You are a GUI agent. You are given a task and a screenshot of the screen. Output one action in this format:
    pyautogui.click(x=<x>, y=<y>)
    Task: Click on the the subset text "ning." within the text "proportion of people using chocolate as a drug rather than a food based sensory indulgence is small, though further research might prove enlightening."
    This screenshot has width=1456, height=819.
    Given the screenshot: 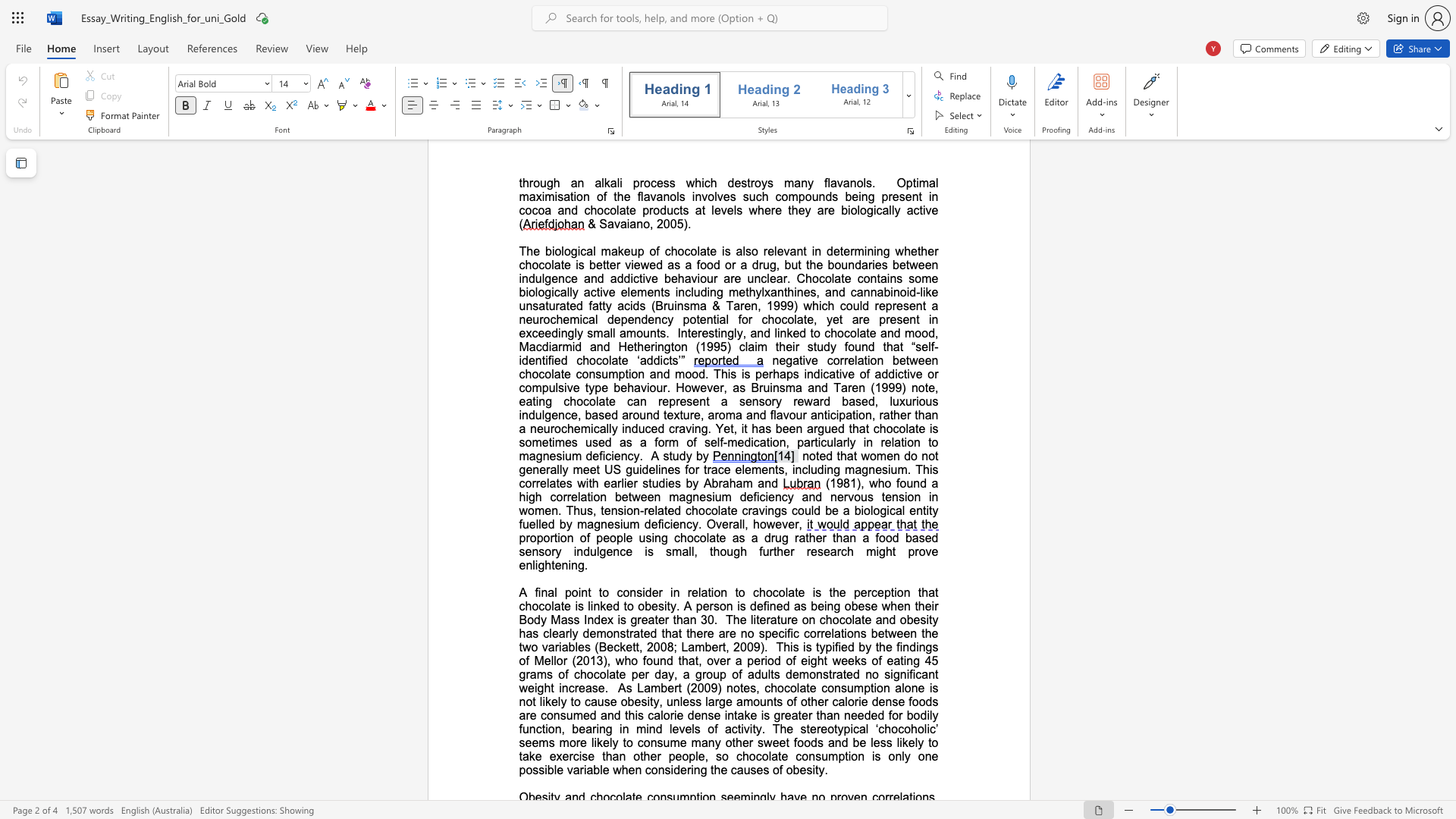 What is the action you would take?
    pyautogui.click(x=560, y=565)
    